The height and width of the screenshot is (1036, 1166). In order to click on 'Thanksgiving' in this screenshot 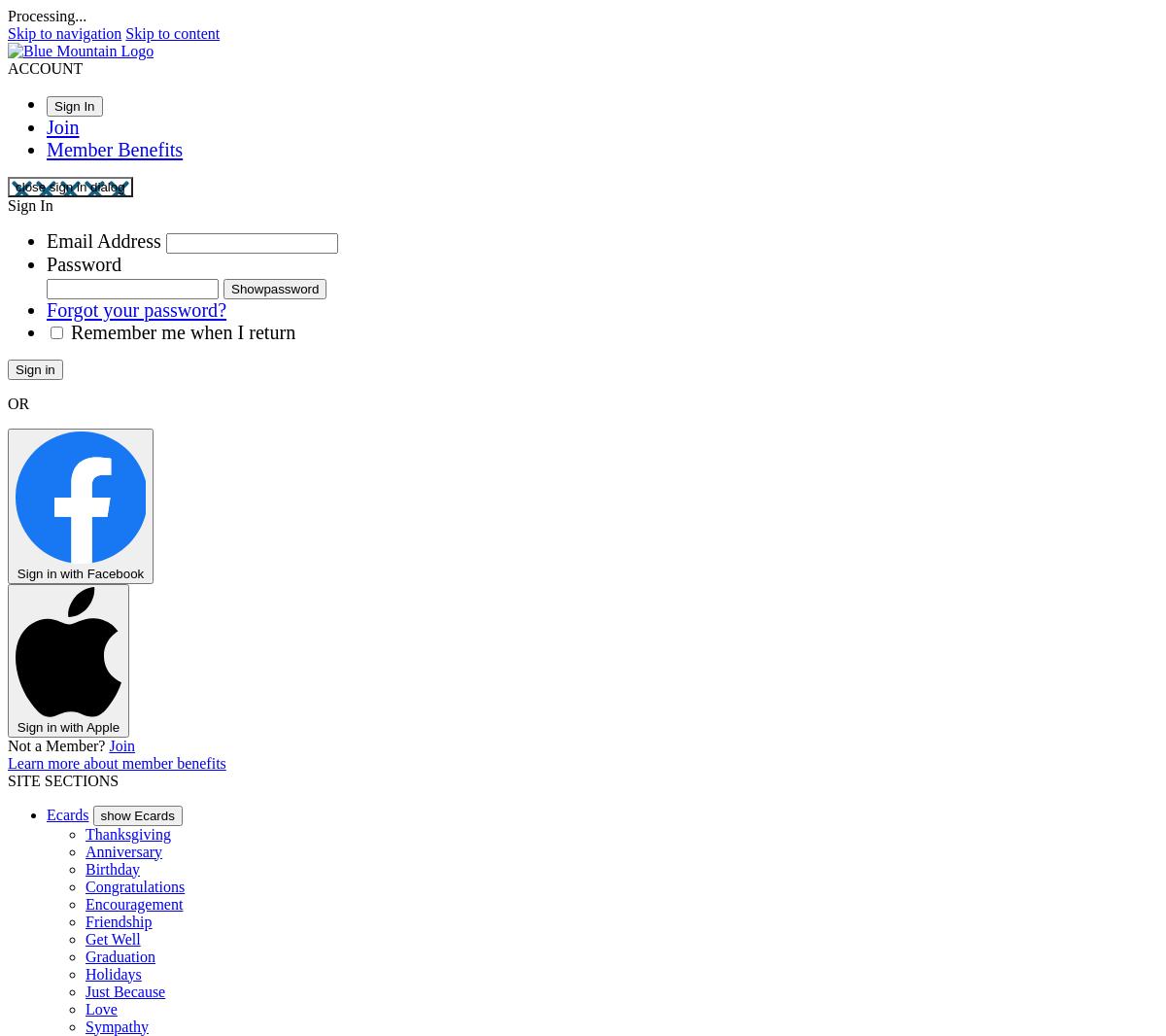, I will do `click(85, 833)`.